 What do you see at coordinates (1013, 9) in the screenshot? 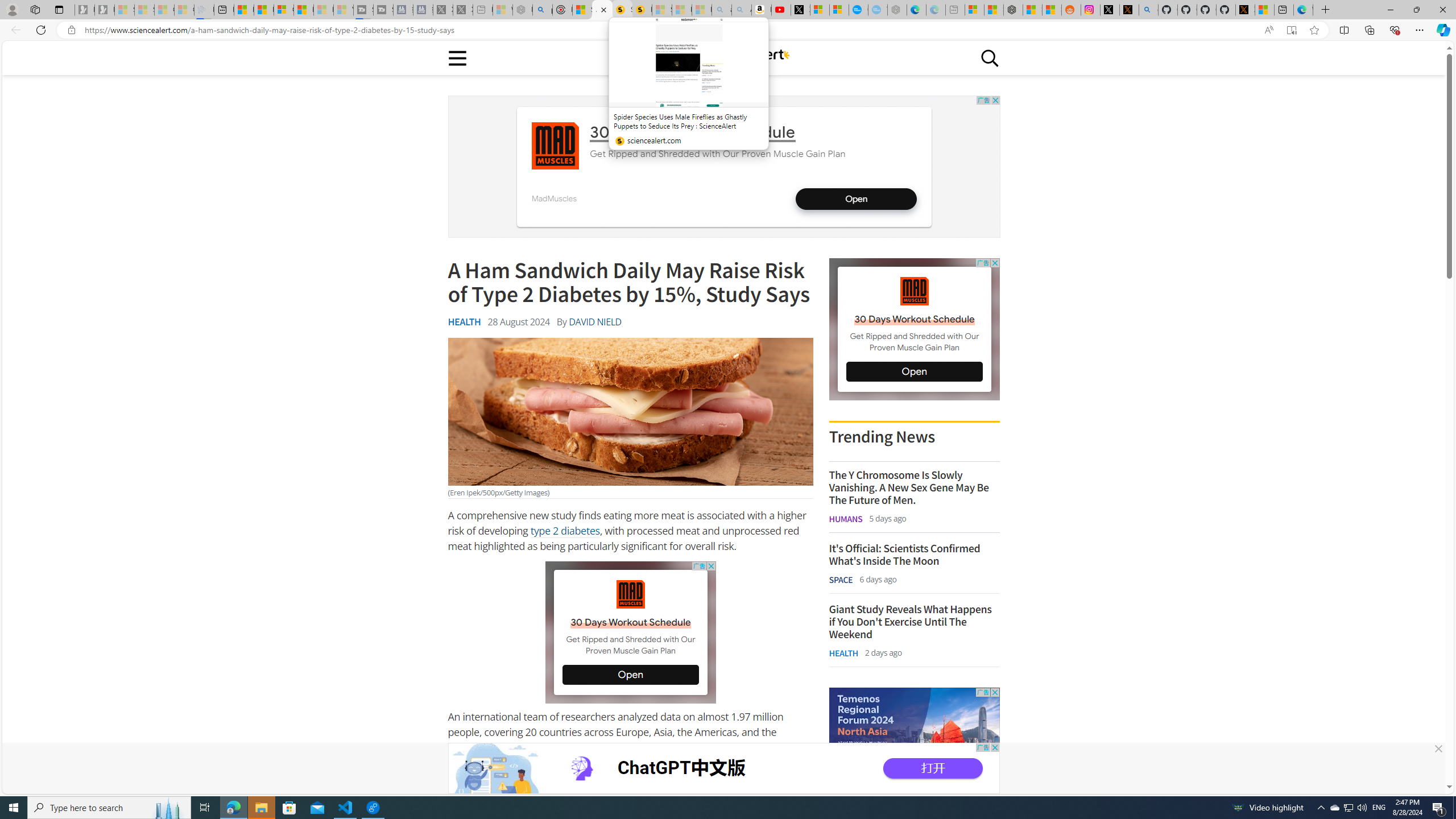
I see `'Nordace - Duffels'` at bounding box center [1013, 9].